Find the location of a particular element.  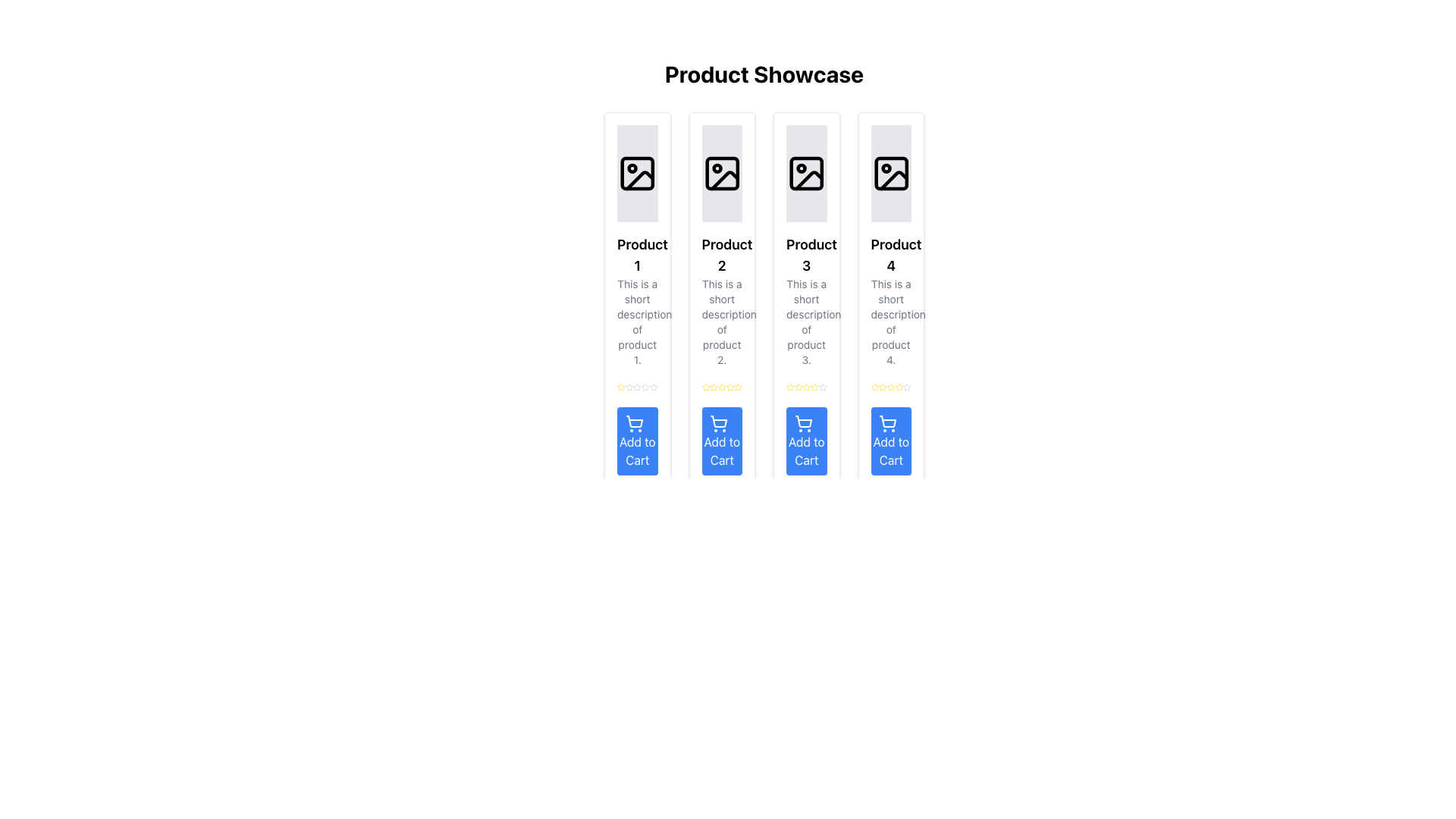

text element that describes 'This is a short description of product 2.' located below the 'Product 2' title in the second product card from the left is located at coordinates (721, 321).